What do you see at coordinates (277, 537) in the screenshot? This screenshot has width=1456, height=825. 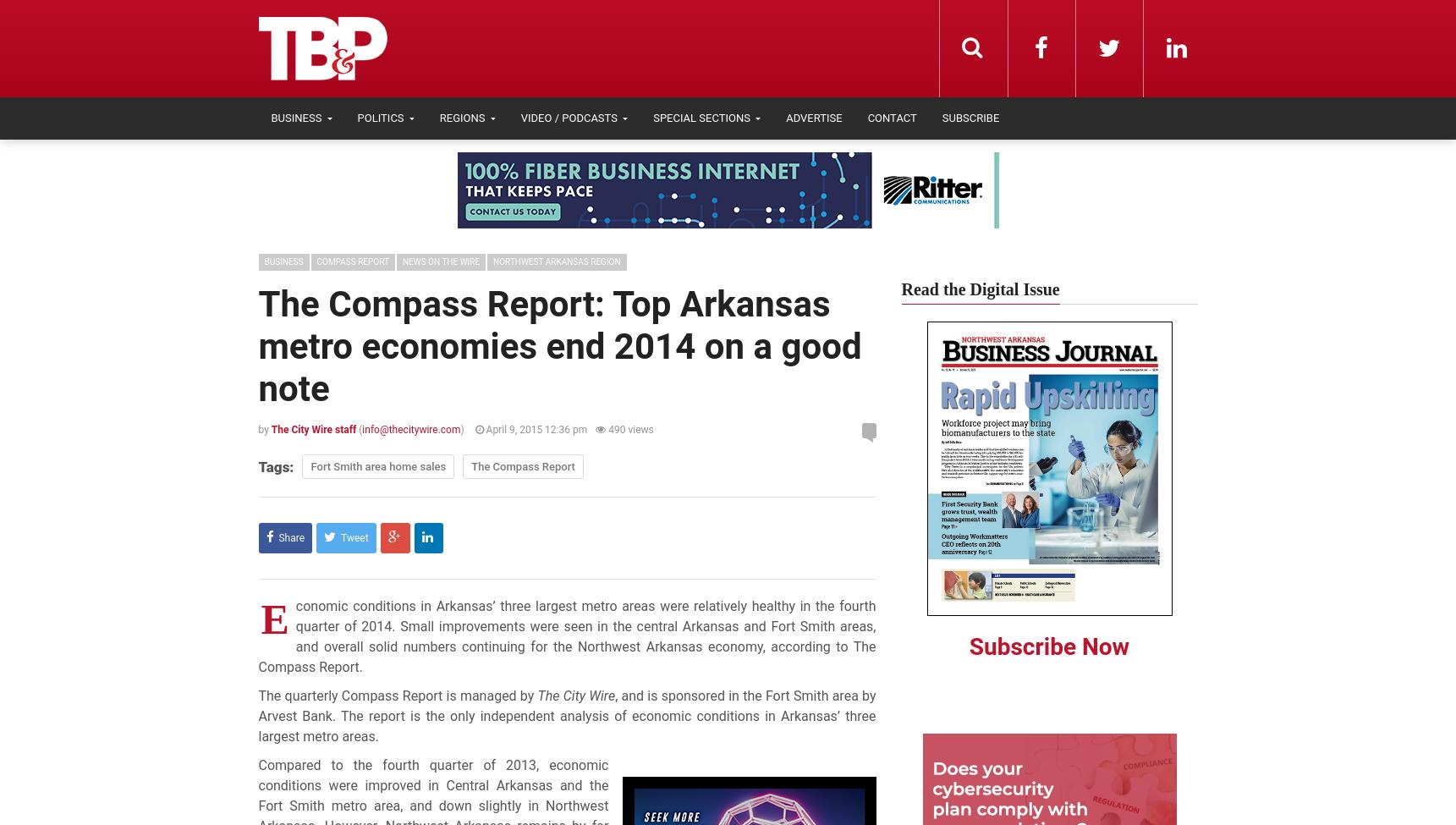 I see `'Share'` at bounding box center [277, 537].